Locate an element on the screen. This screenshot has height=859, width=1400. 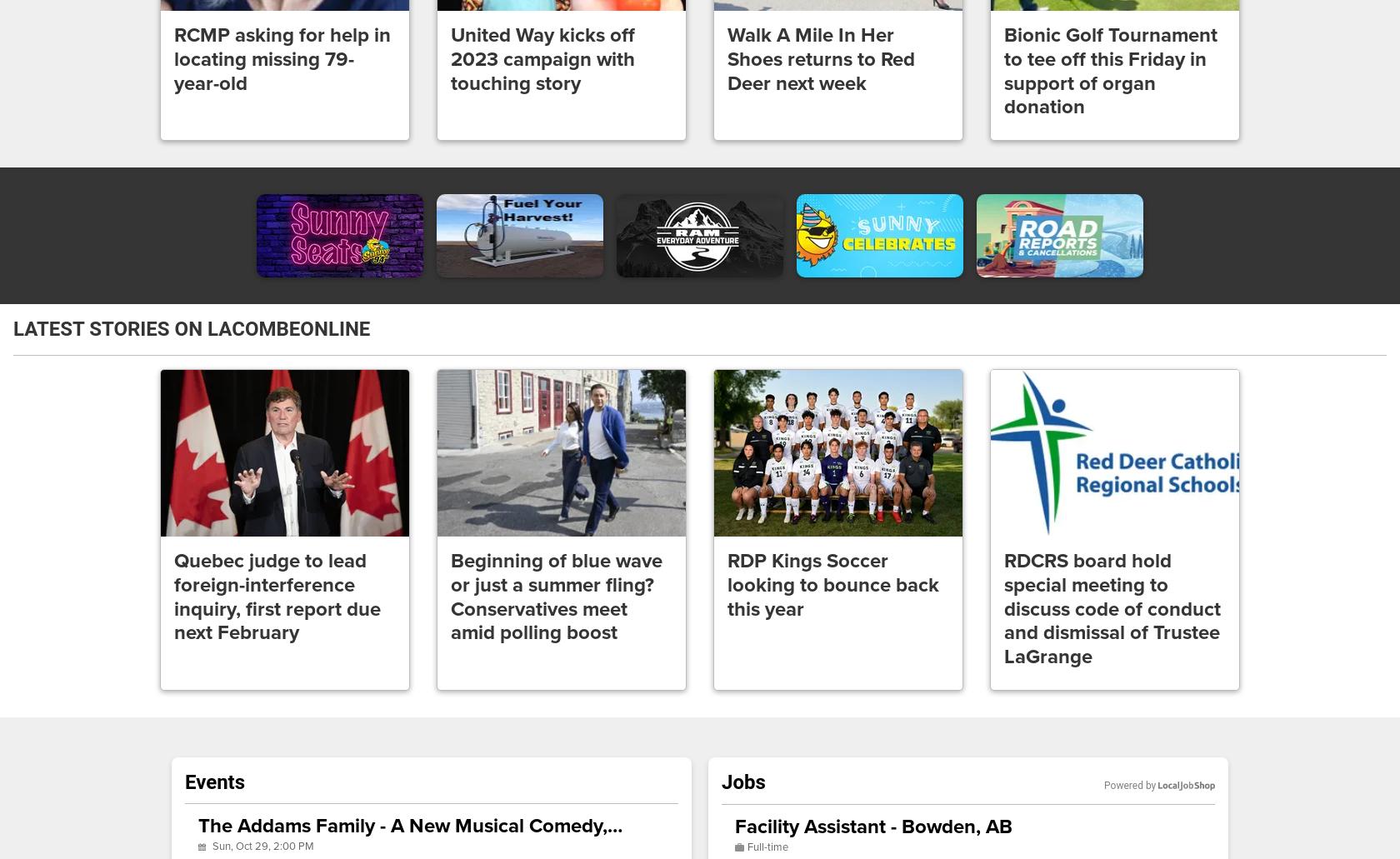
'Jobs' is located at coordinates (743, 782).